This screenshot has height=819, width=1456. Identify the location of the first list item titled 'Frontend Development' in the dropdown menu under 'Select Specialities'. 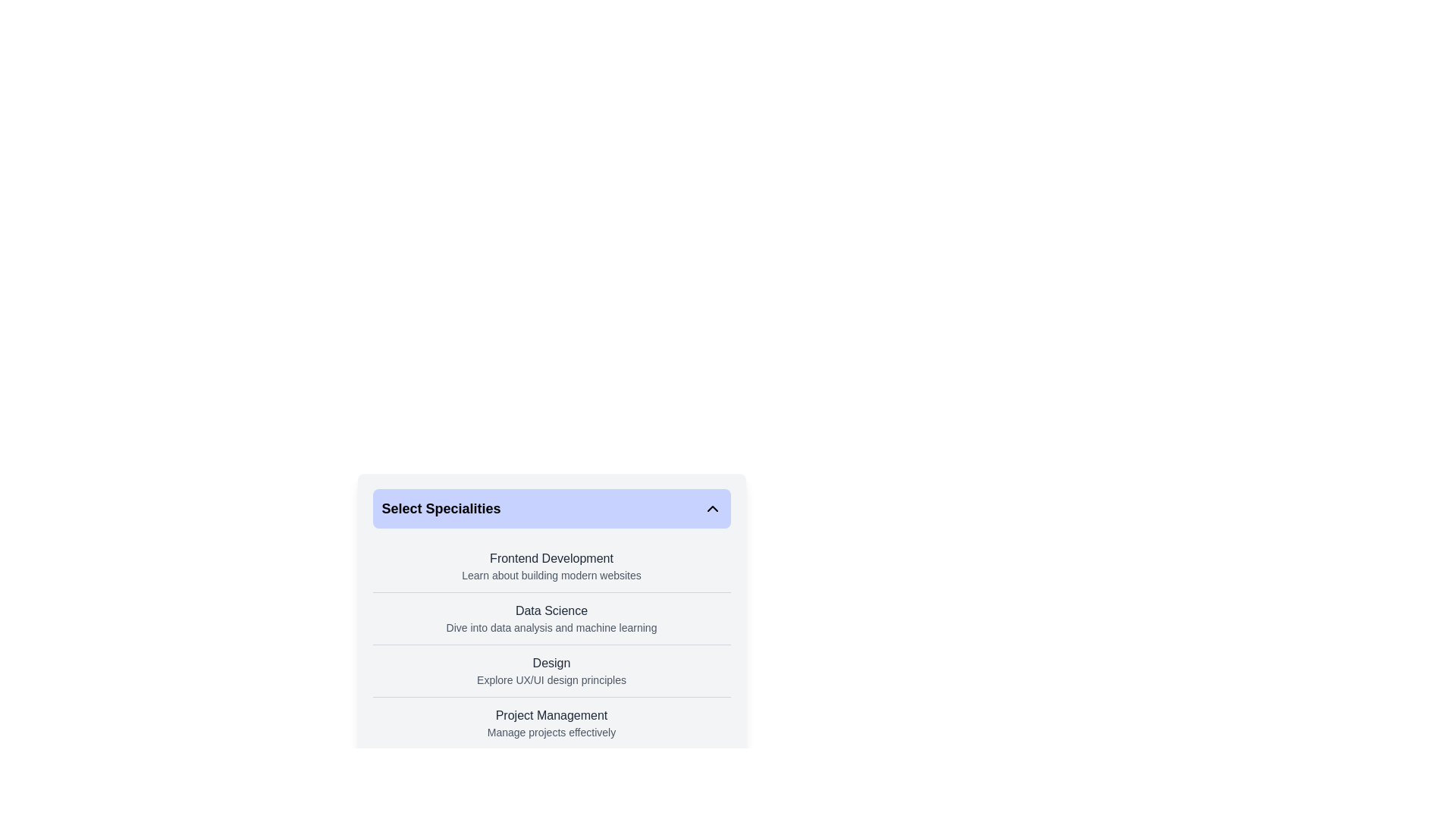
(551, 566).